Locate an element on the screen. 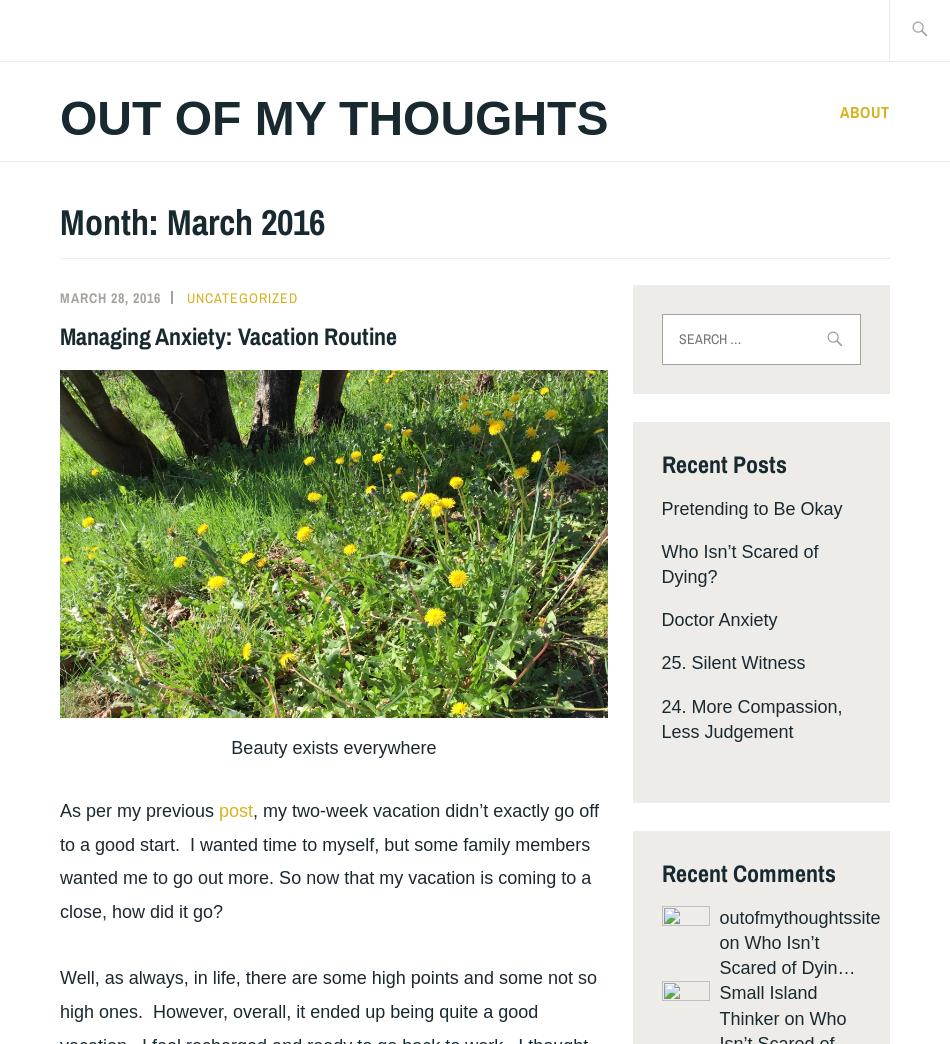  'post' is located at coordinates (235, 809).